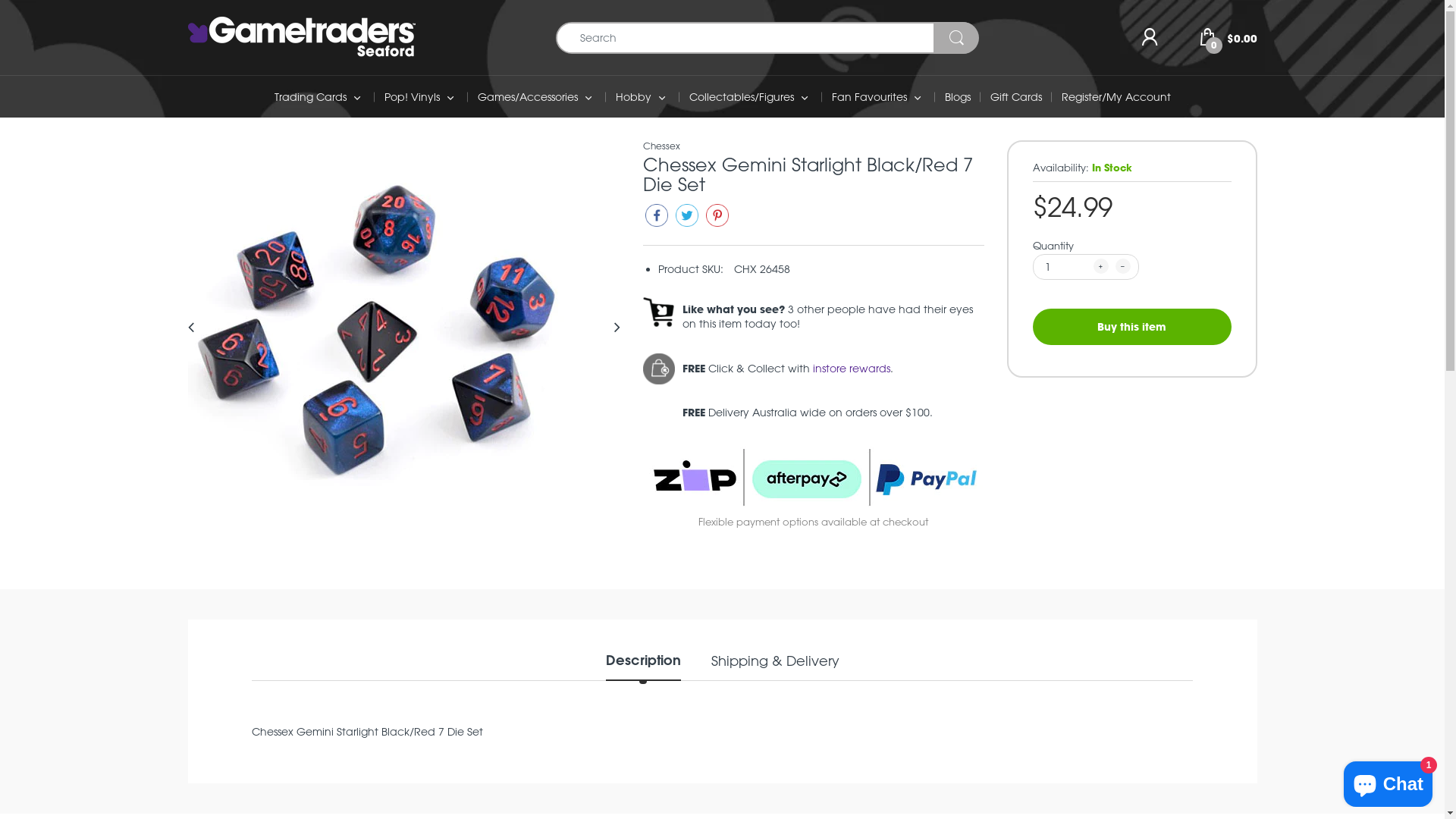 This screenshot has width=1456, height=819. I want to click on 'Pop! Vinyls', so click(411, 96).